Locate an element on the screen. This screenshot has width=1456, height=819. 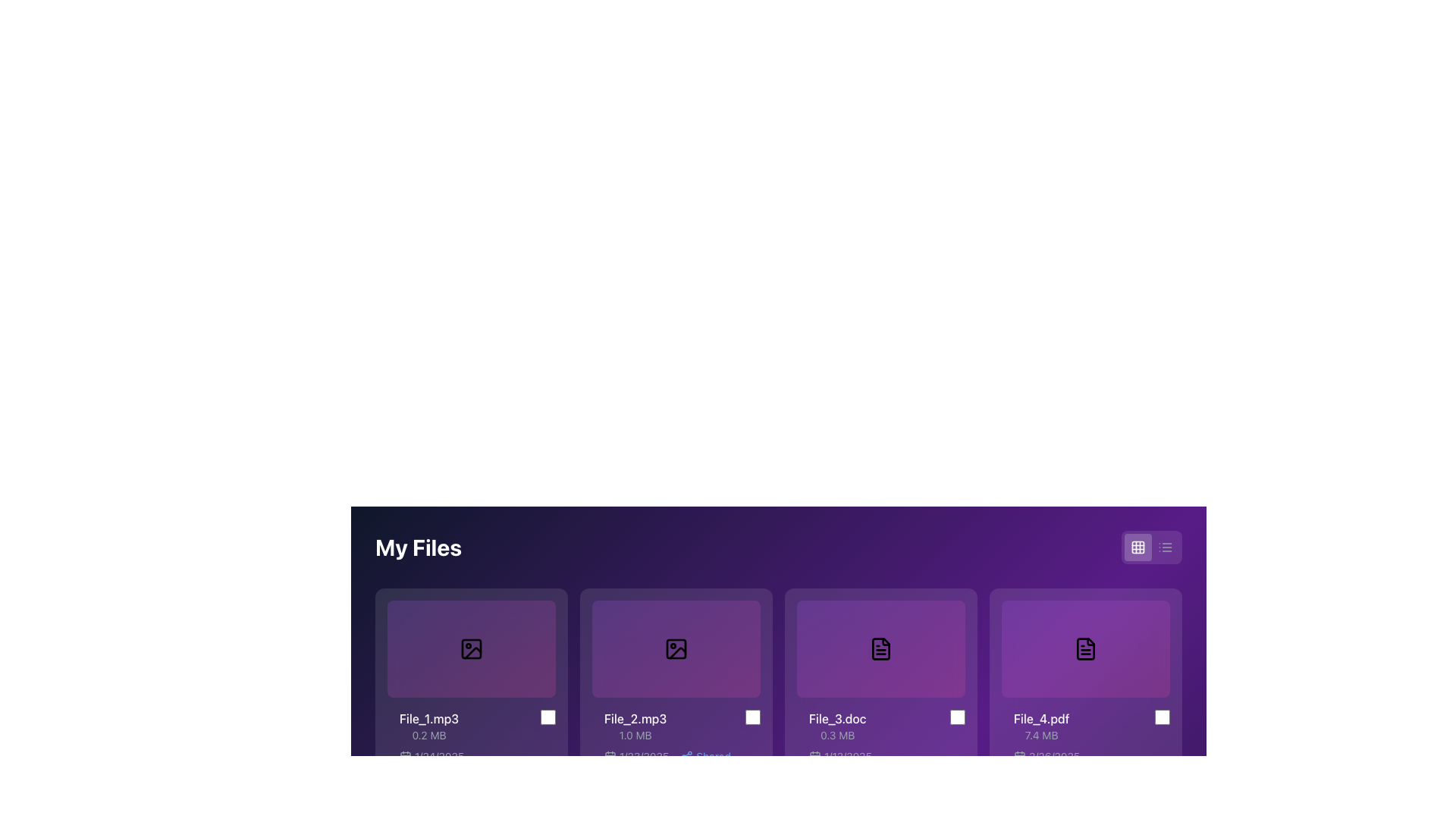
the text display element that shows the date associated with the file, located at the bottom left of the file card, right next to the calendar icon is located at coordinates (431, 757).